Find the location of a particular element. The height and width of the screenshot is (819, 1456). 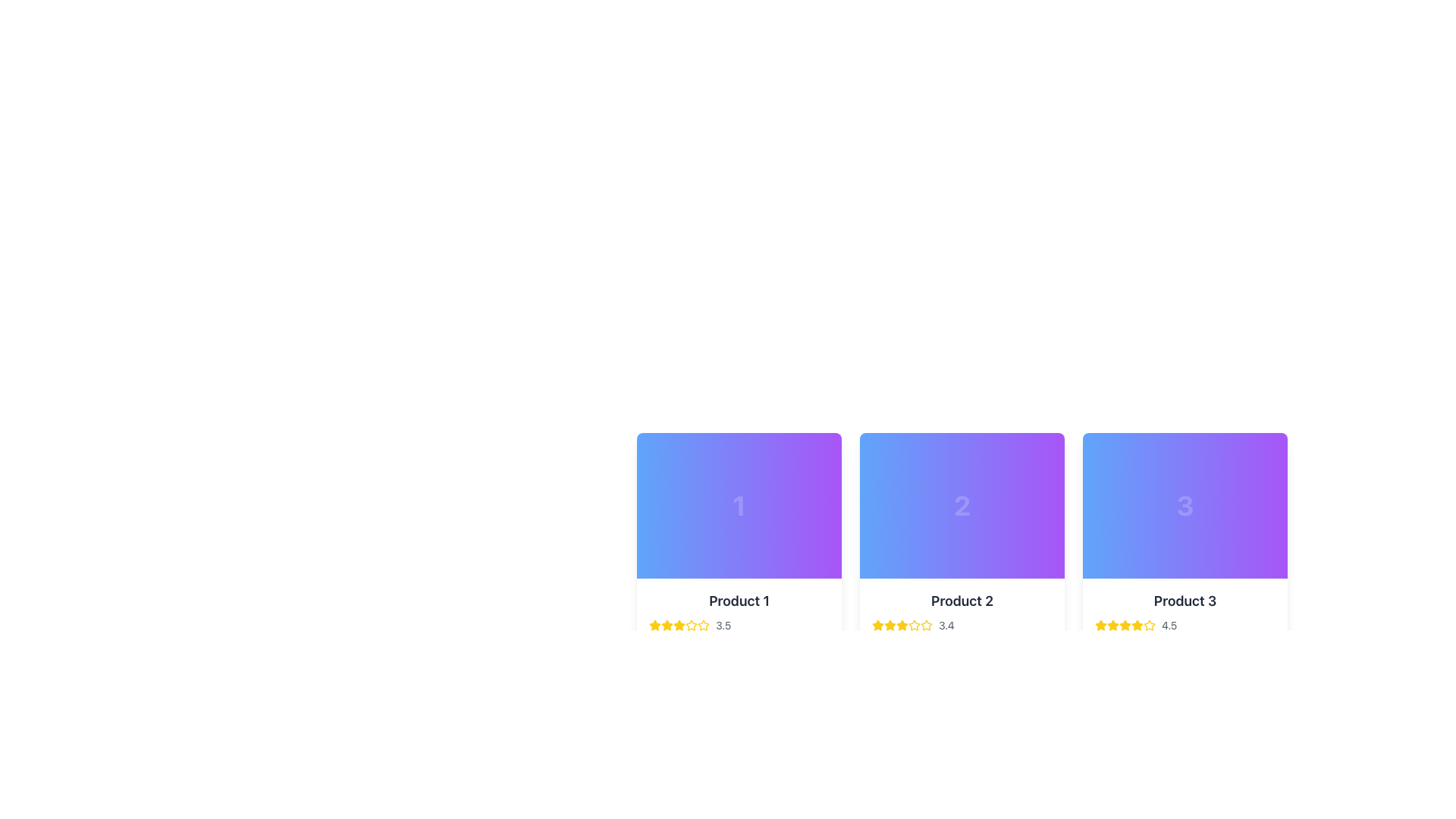

the yellow outlined star icon used for rating in the 'Product 3' card is located at coordinates (1125, 625).